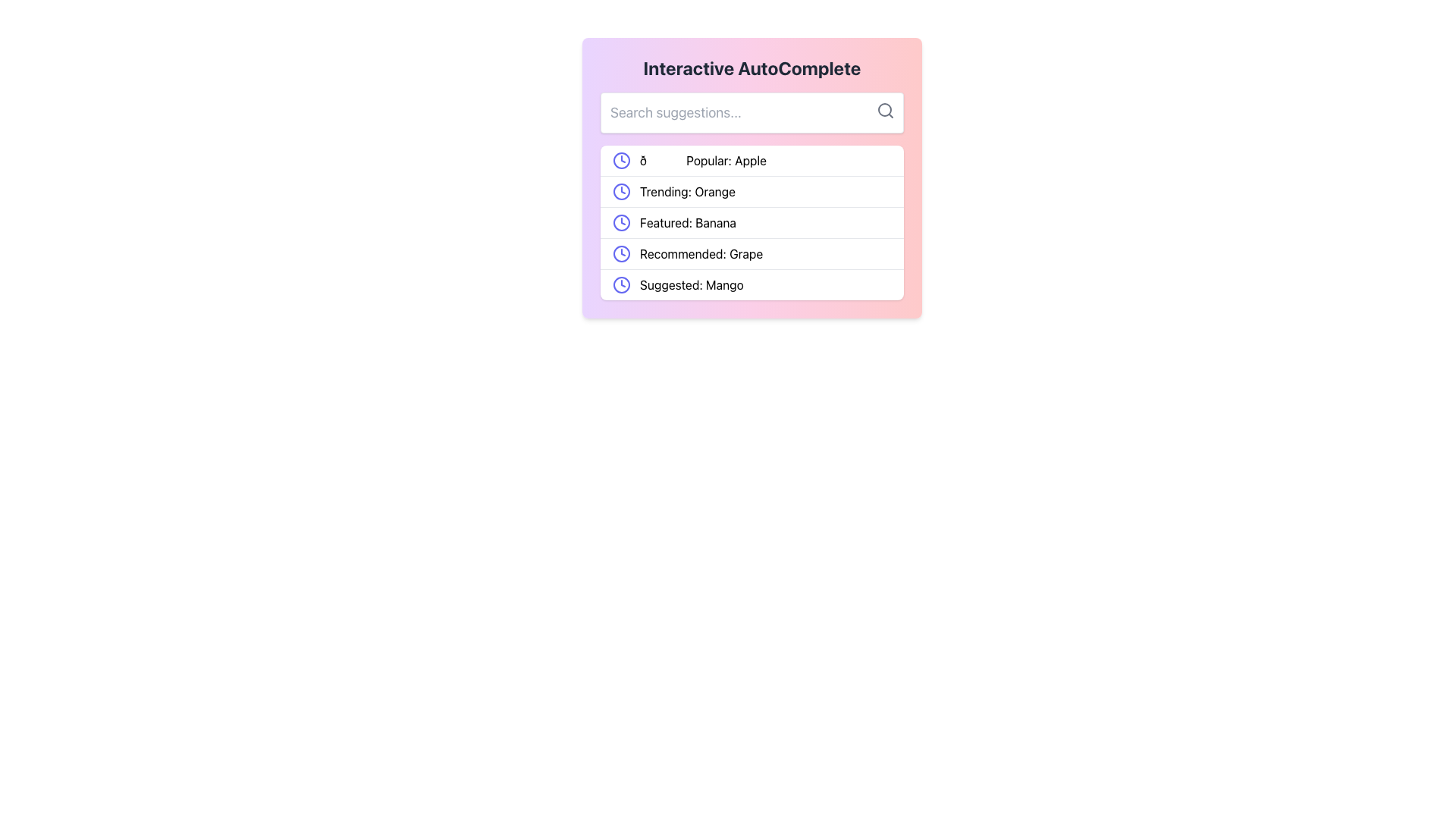 Image resolution: width=1456 pixels, height=819 pixels. I want to click on the suggestion item labeled 'Recommended: Grape' in the fourth row of the suggestions dropdown, so click(752, 253).